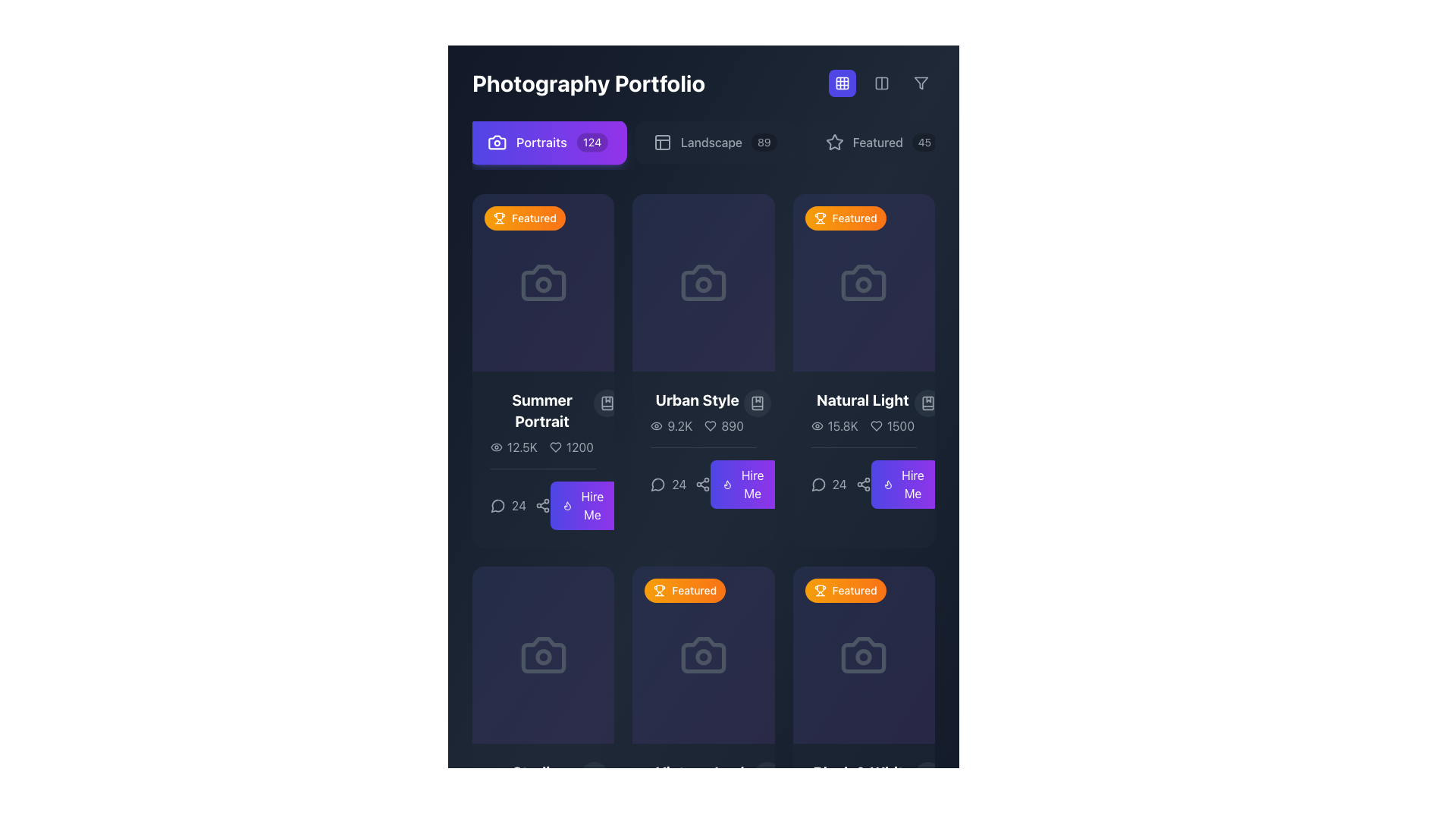 The image size is (1456, 819). What do you see at coordinates (702, 478) in the screenshot?
I see `the interactive share or connect icon located within the 'Urban Style' card, adjacent to the comment count and above the 'Hire Me' button` at bounding box center [702, 478].